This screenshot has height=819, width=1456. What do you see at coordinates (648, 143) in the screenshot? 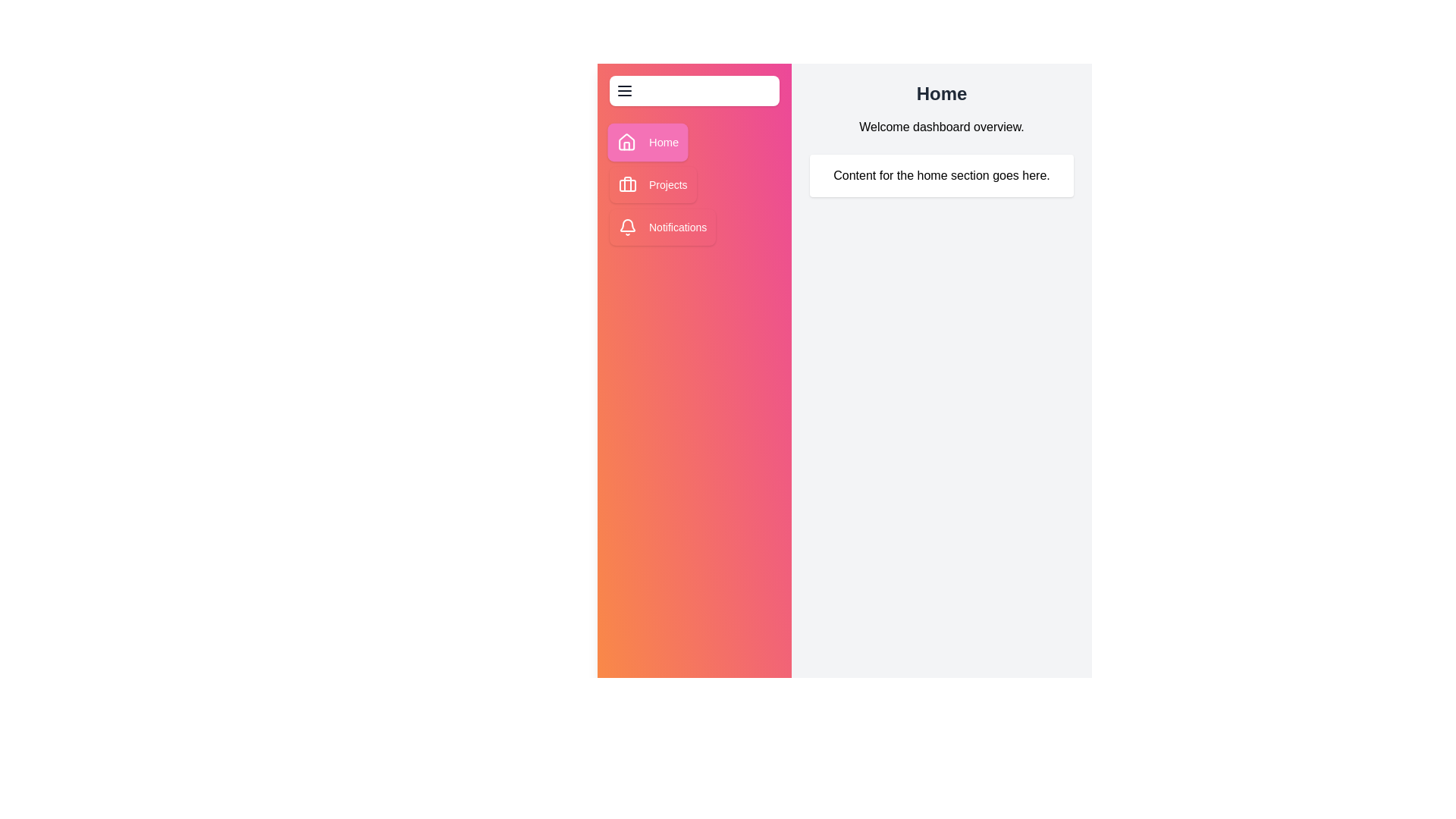
I see `the Home button to navigate to the respective section` at bounding box center [648, 143].